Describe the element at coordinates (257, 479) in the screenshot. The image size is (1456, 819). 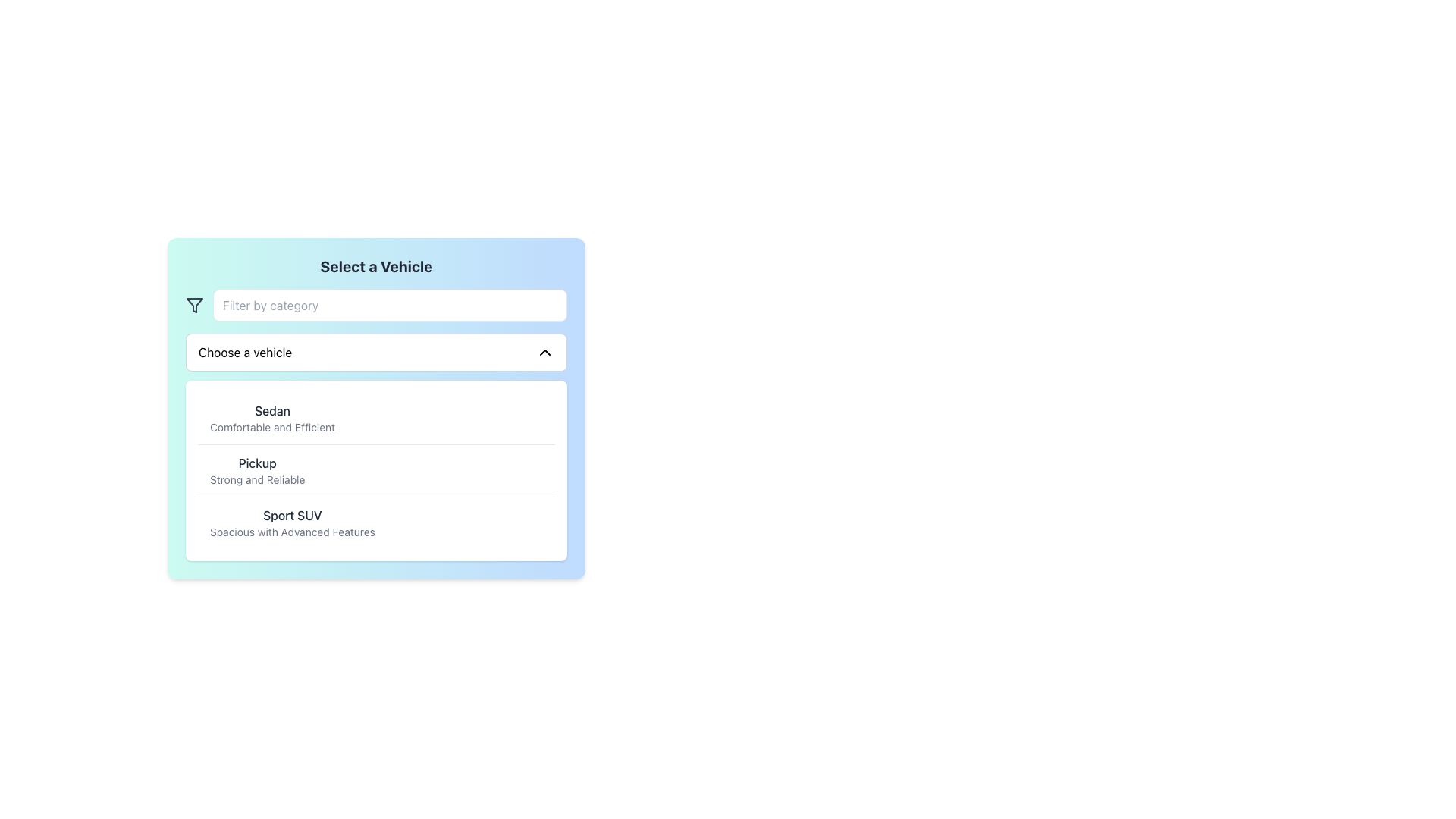
I see `the supplementary description text for the 'Pickup' item, which is located beneath the title 'Pickup' in the vertically scrolled list under the category 'Choose a vehicle'` at that location.